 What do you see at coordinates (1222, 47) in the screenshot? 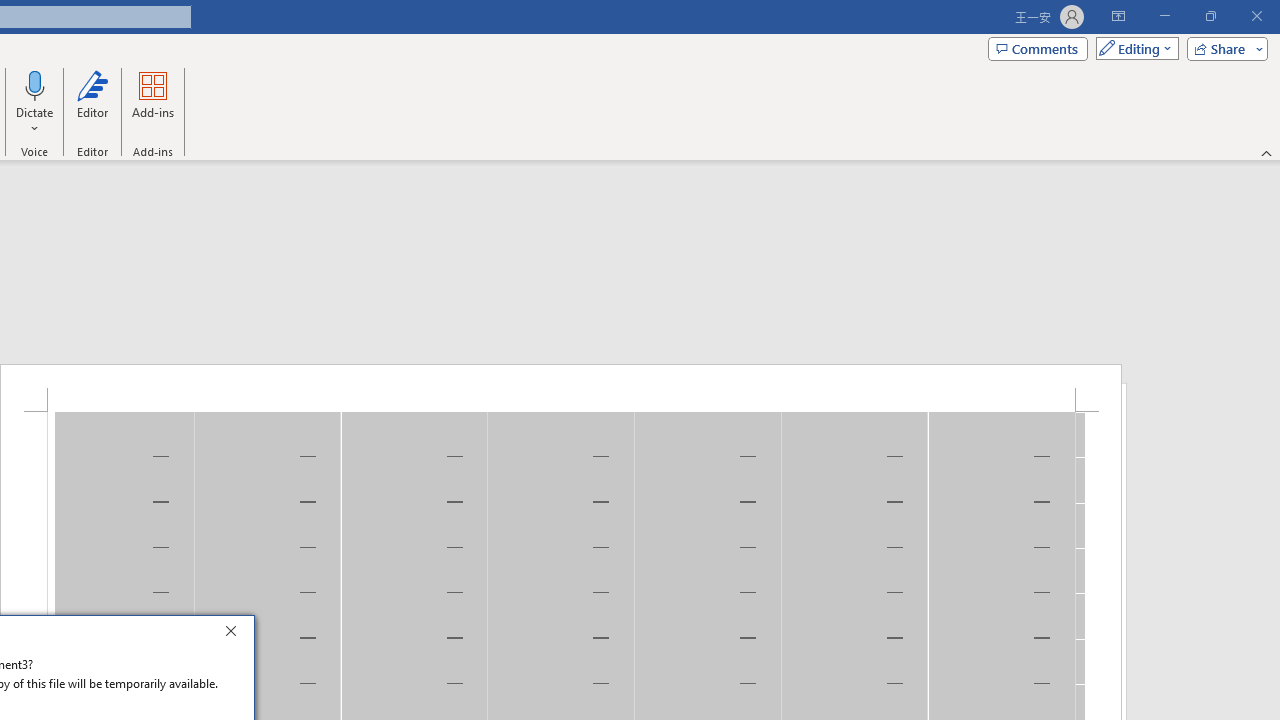
I see `'Share'` at bounding box center [1222, 47].